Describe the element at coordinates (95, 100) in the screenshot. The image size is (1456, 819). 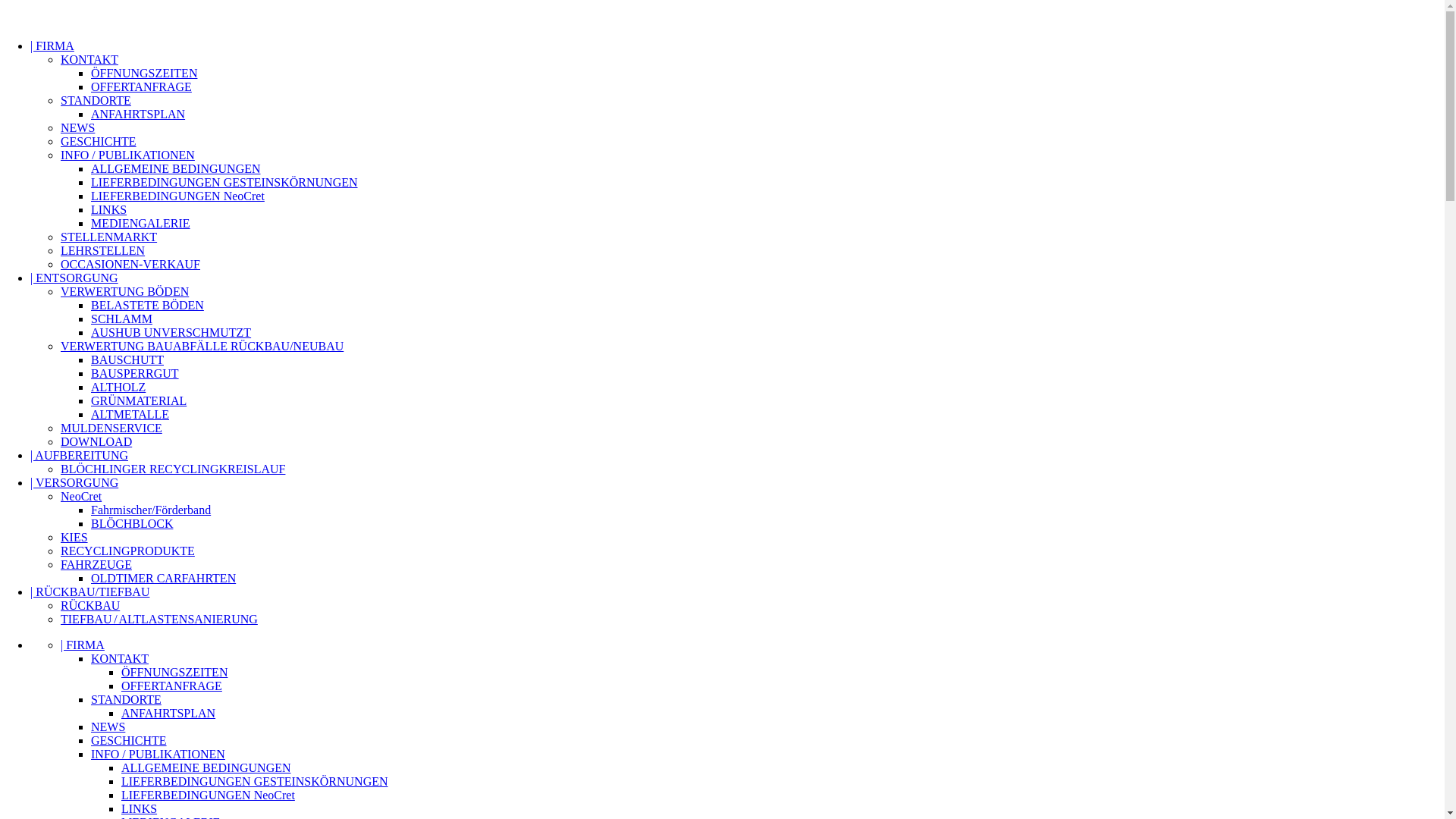
I see `'STANDORTE'` at that location.